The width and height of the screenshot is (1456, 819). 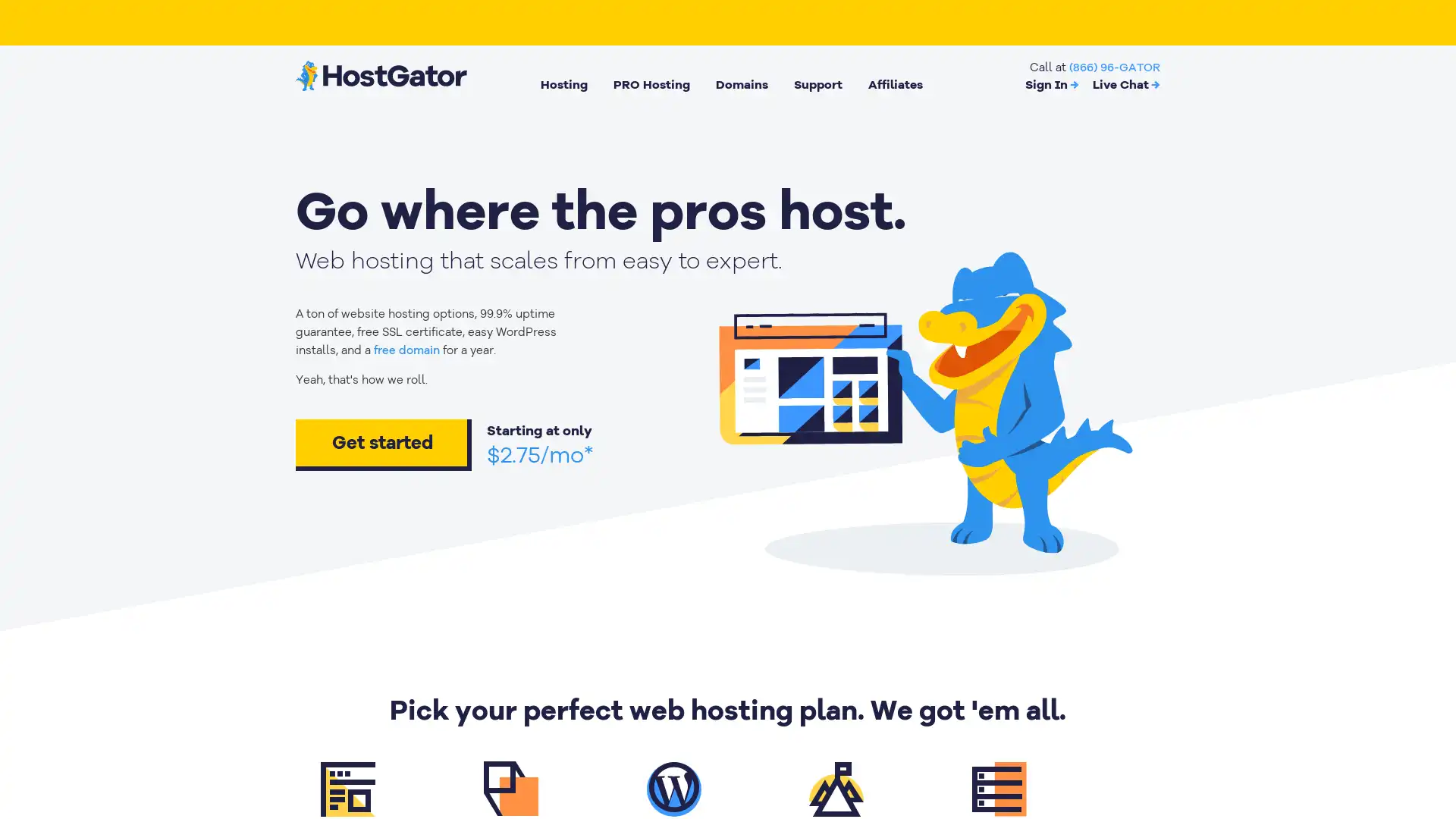 I want to click on Explore your accessibility options, so click(x=1430, y=742).